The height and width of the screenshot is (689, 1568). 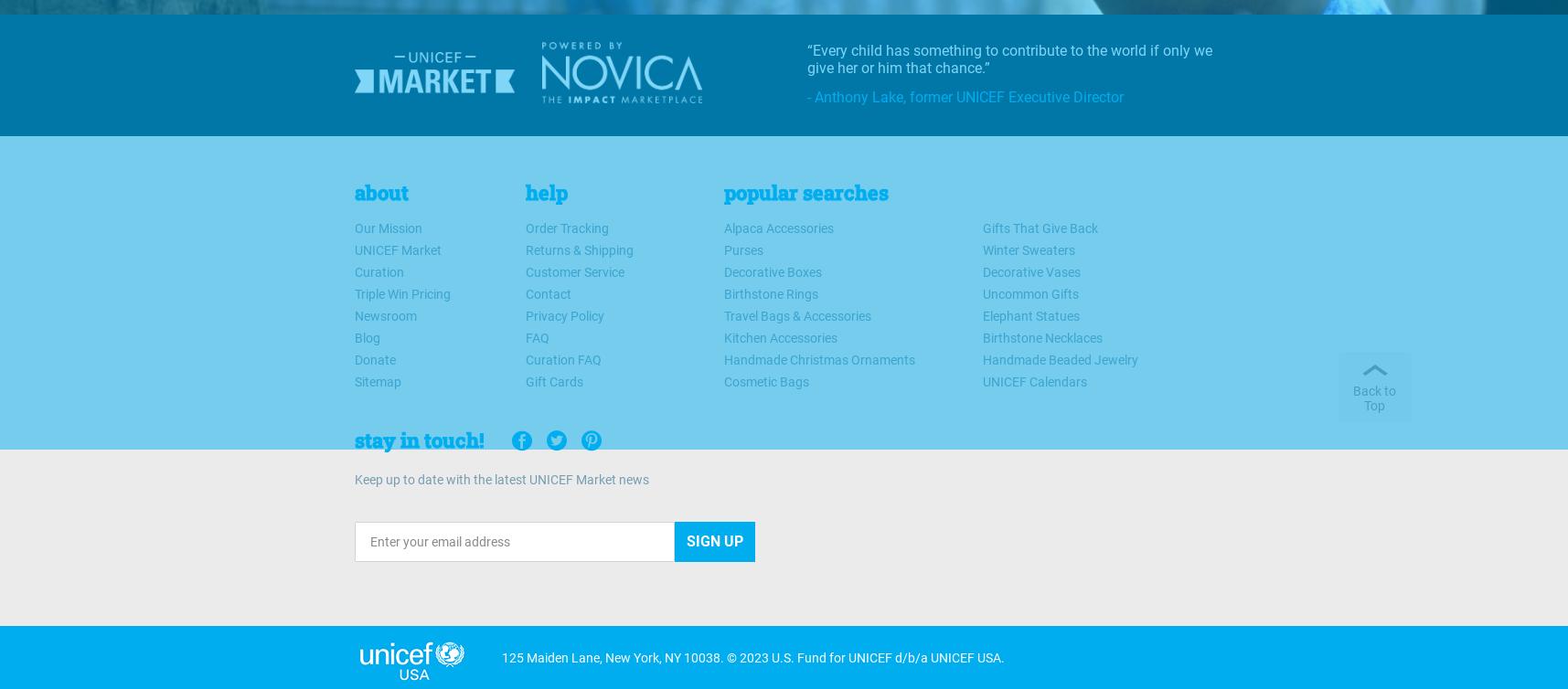 What do you see at coordinates (1041, 336) in the screenshot?
I see `'Birthstone Necklaces'` at bounding box center [1041, 336].